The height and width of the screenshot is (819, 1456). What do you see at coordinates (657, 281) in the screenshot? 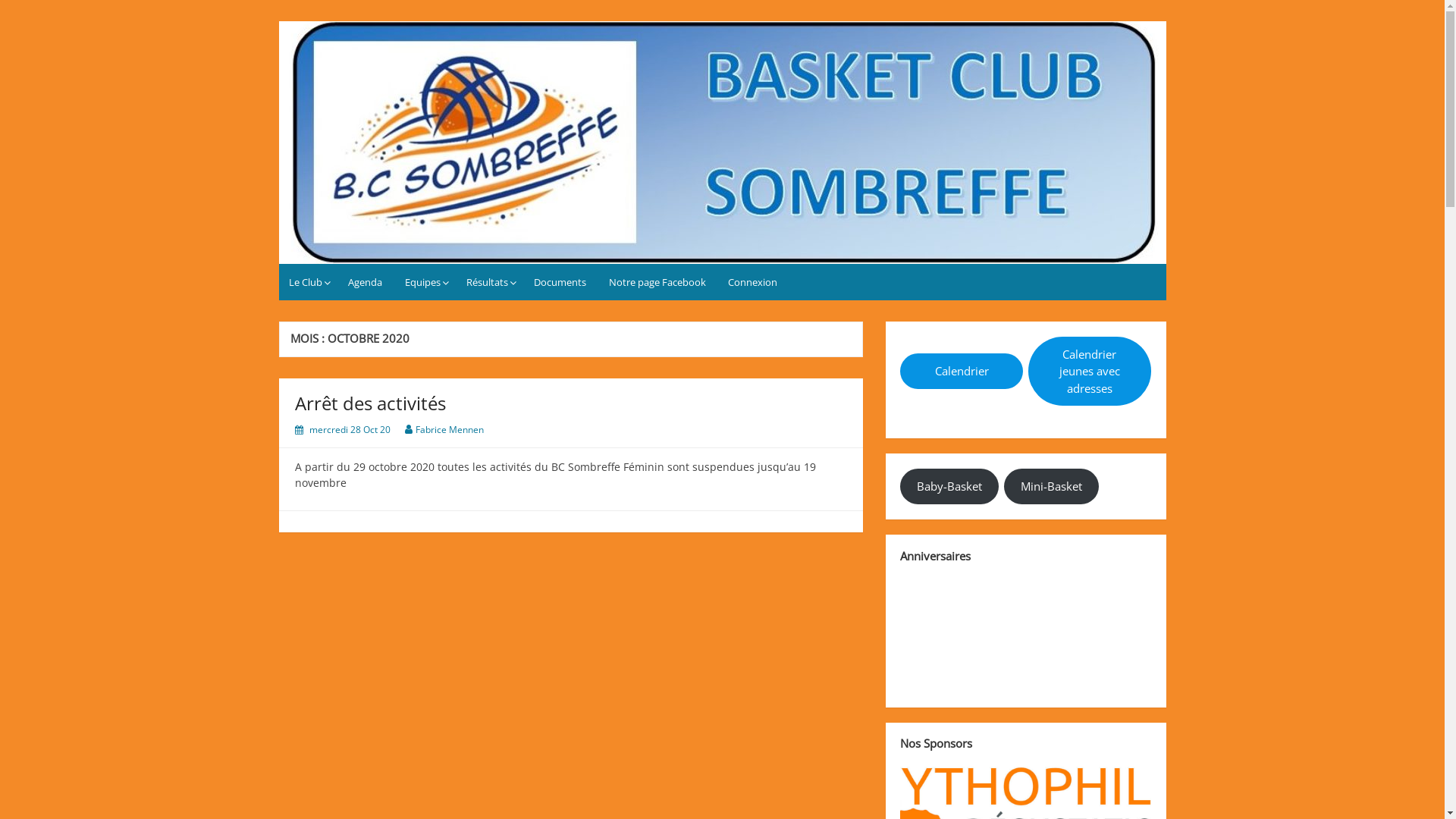
I see `'Notre page Facebook'` at bounding box center [657, 281].